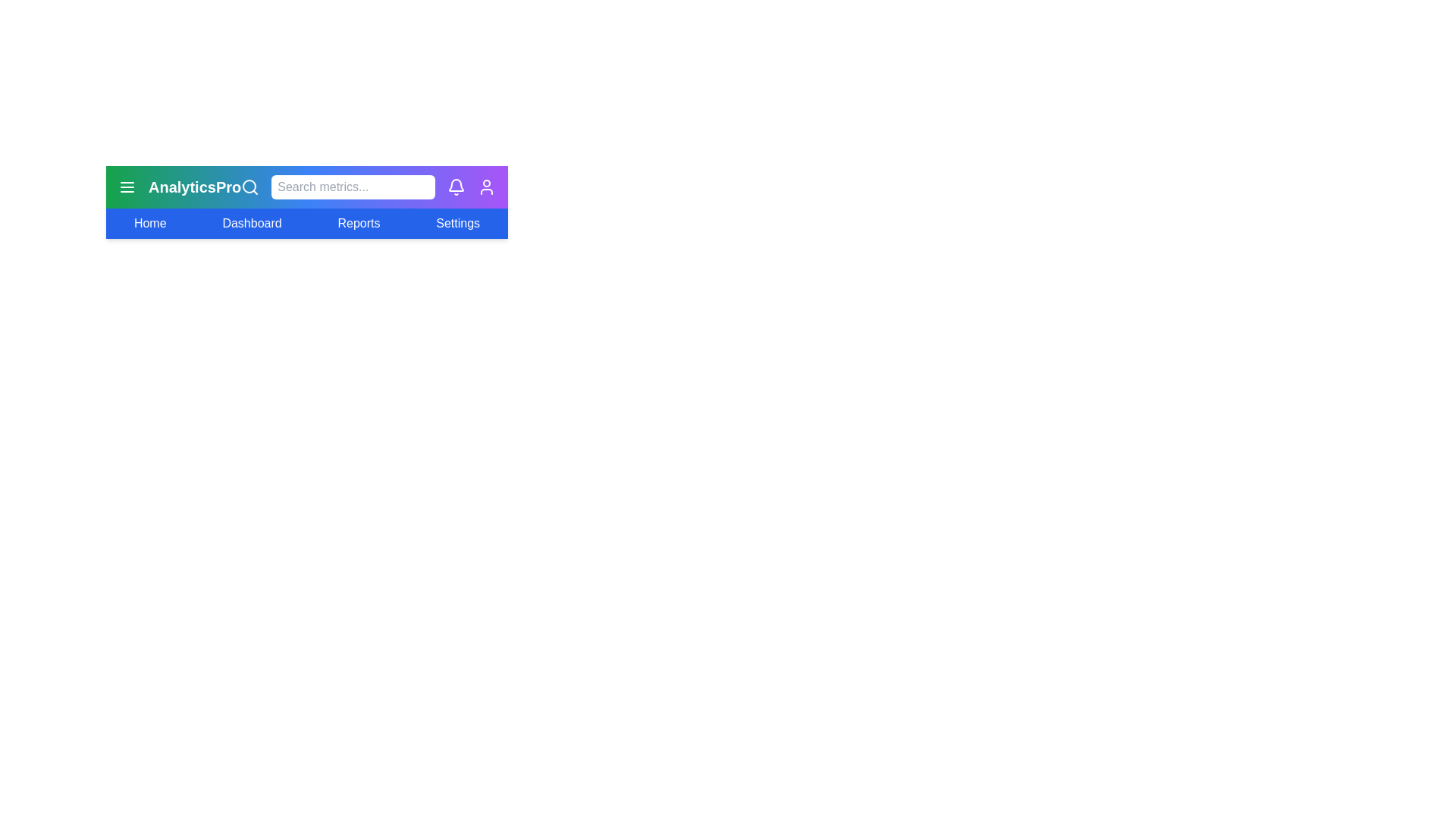  What do you see at coordinates (456, 186) in the screenshot?
I see `the notification icon to view notifications` at bounding box center [456, 186].